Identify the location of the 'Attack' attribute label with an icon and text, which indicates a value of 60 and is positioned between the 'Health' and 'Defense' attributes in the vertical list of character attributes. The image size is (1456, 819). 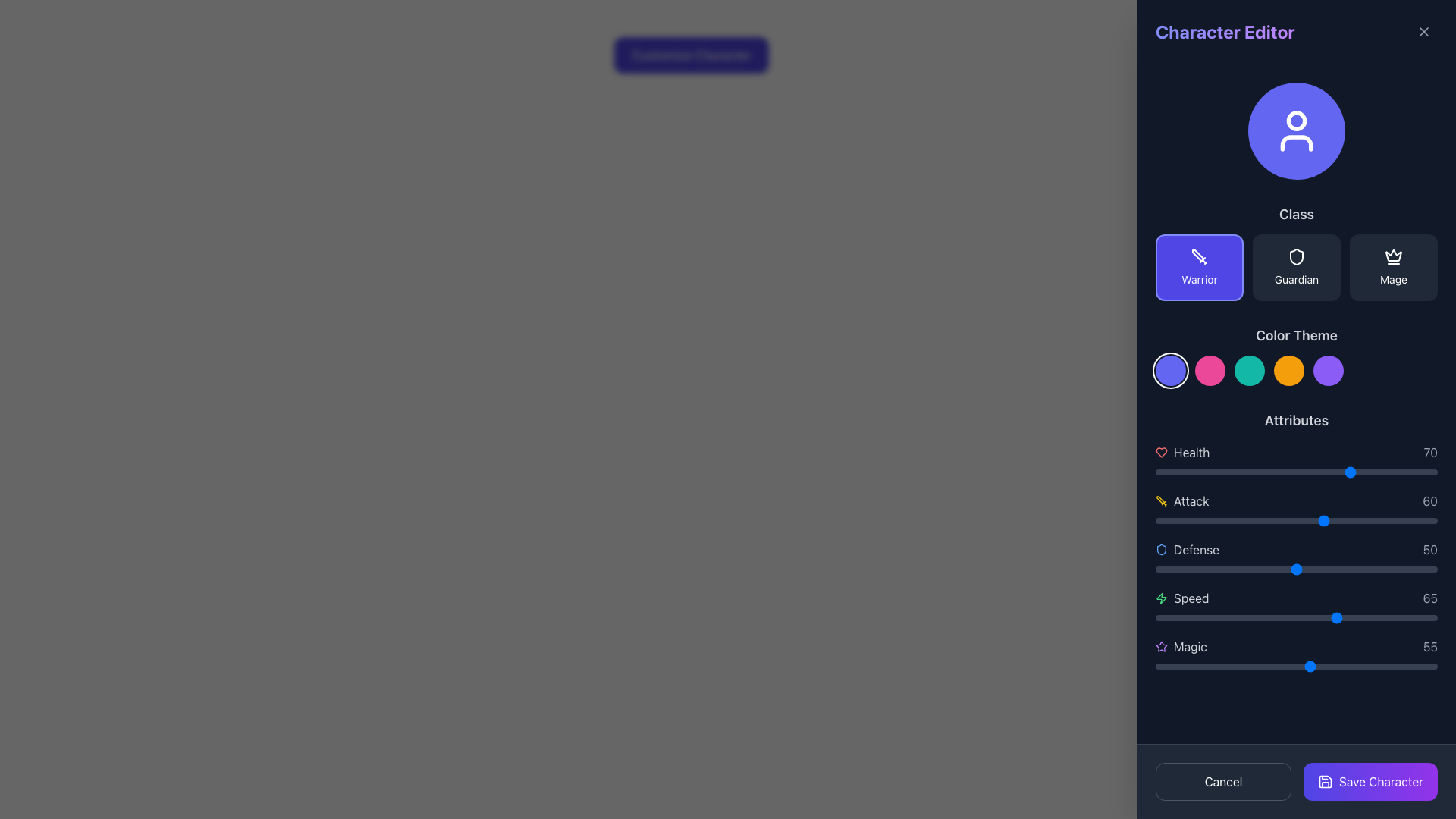
(1181, 500).